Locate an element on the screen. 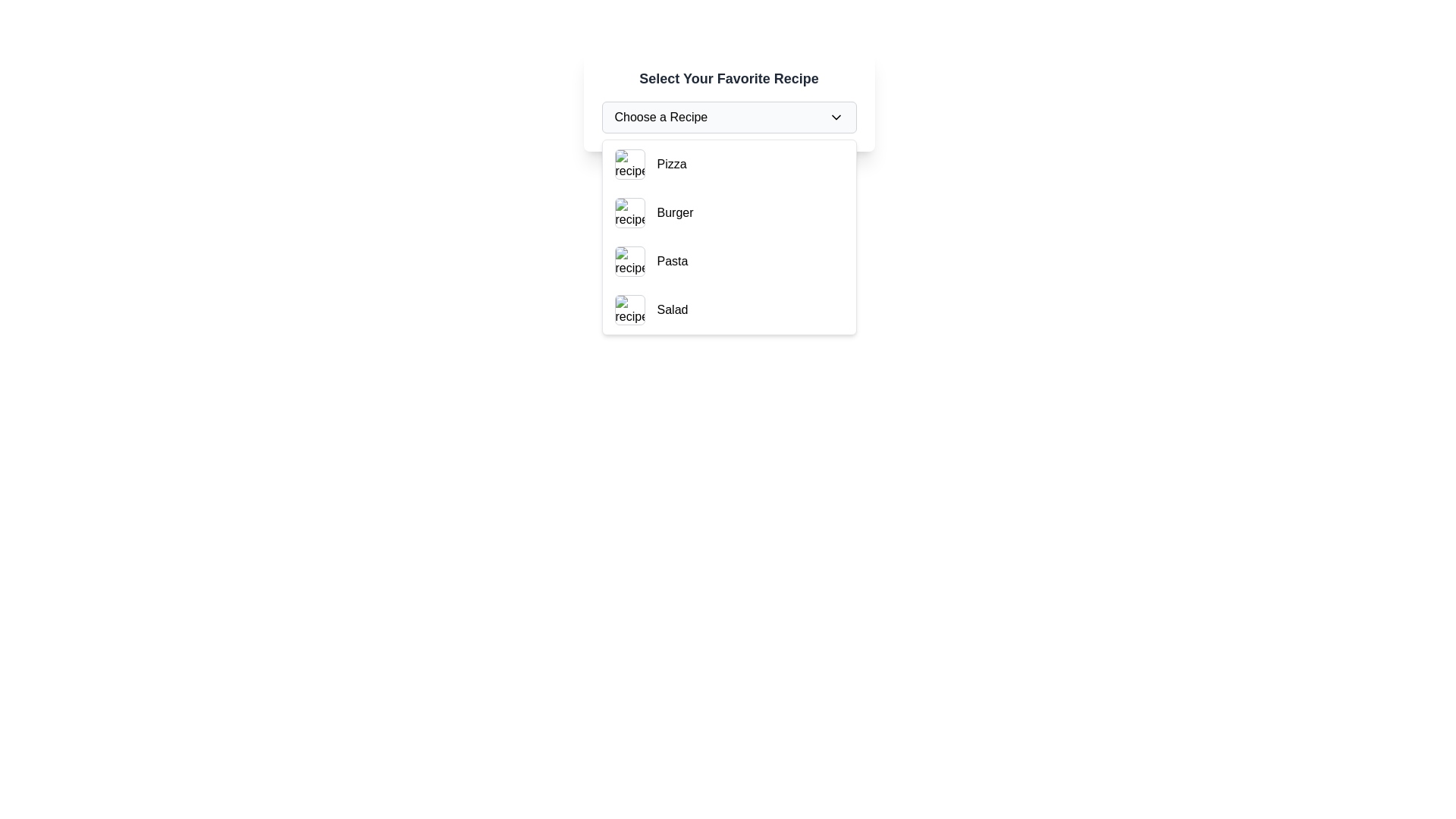  the 'Pizza' image icon in the dropdown menu under 'Choose a Recipe' to visually identify the selection is located at coordinates (629, 164).